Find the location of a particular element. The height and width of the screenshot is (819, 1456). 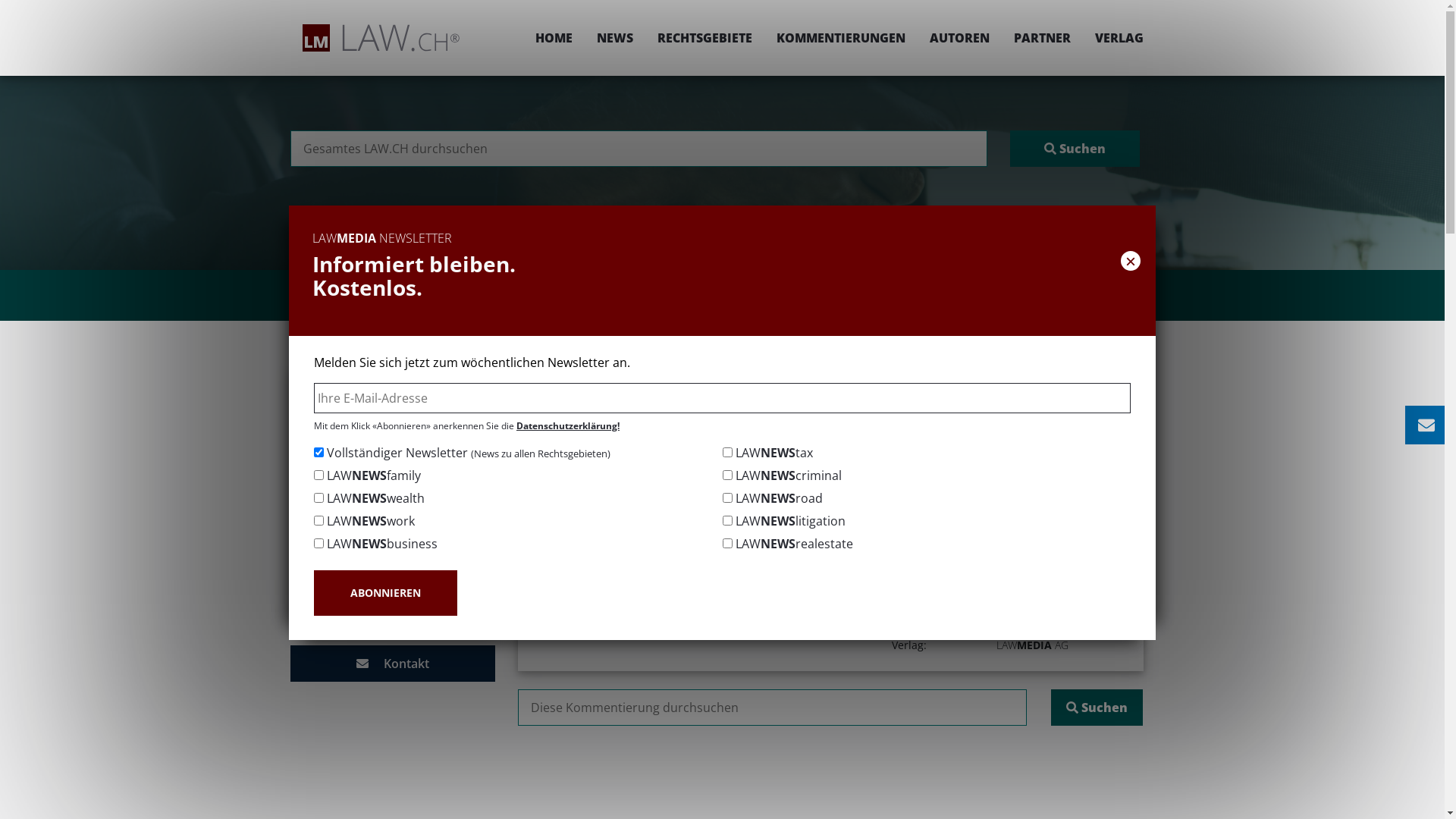

'HOME' is located at coordinates (523, 37).